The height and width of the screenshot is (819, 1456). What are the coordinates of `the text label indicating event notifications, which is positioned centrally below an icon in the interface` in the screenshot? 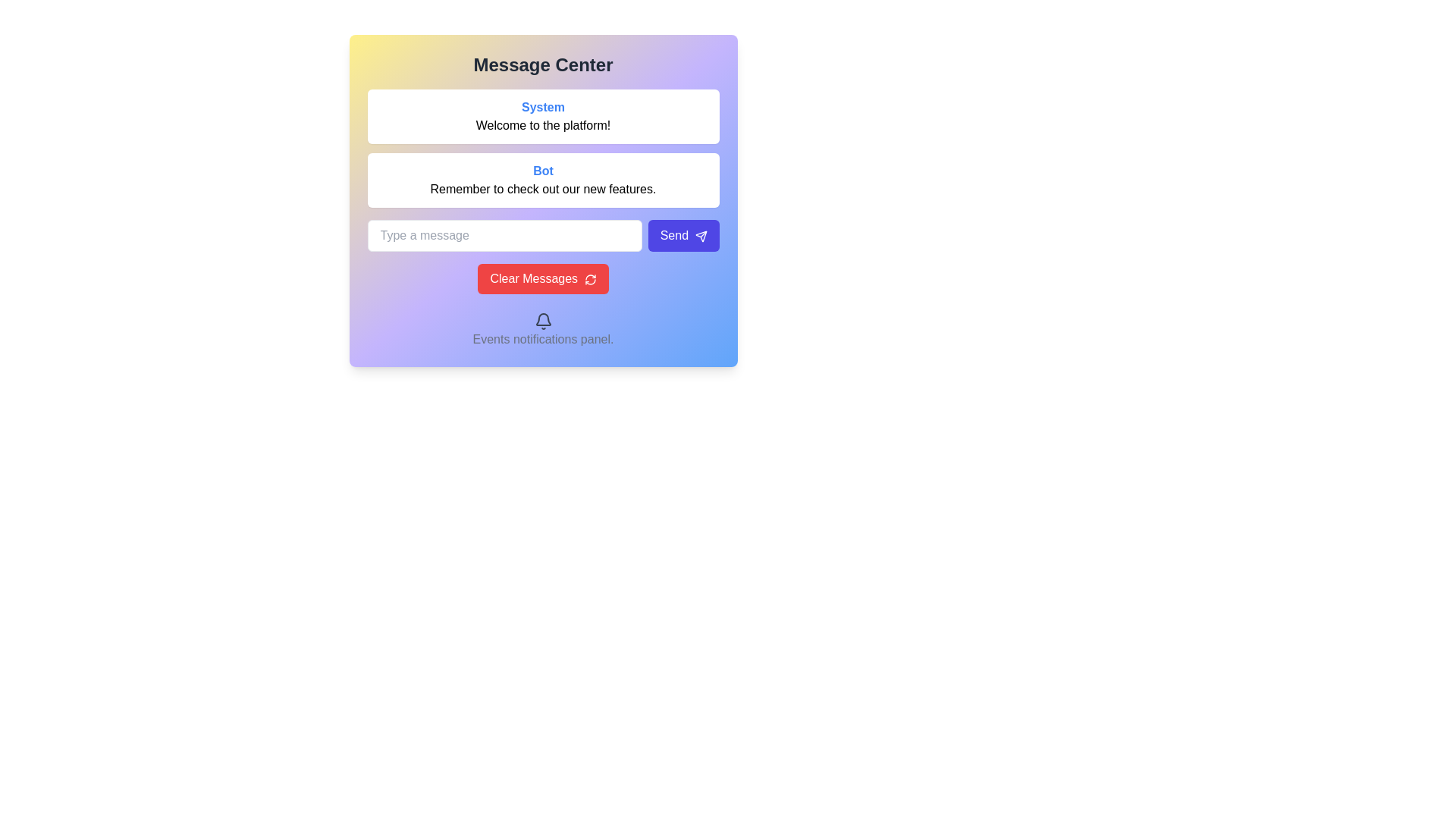 It's located at (543, 338).